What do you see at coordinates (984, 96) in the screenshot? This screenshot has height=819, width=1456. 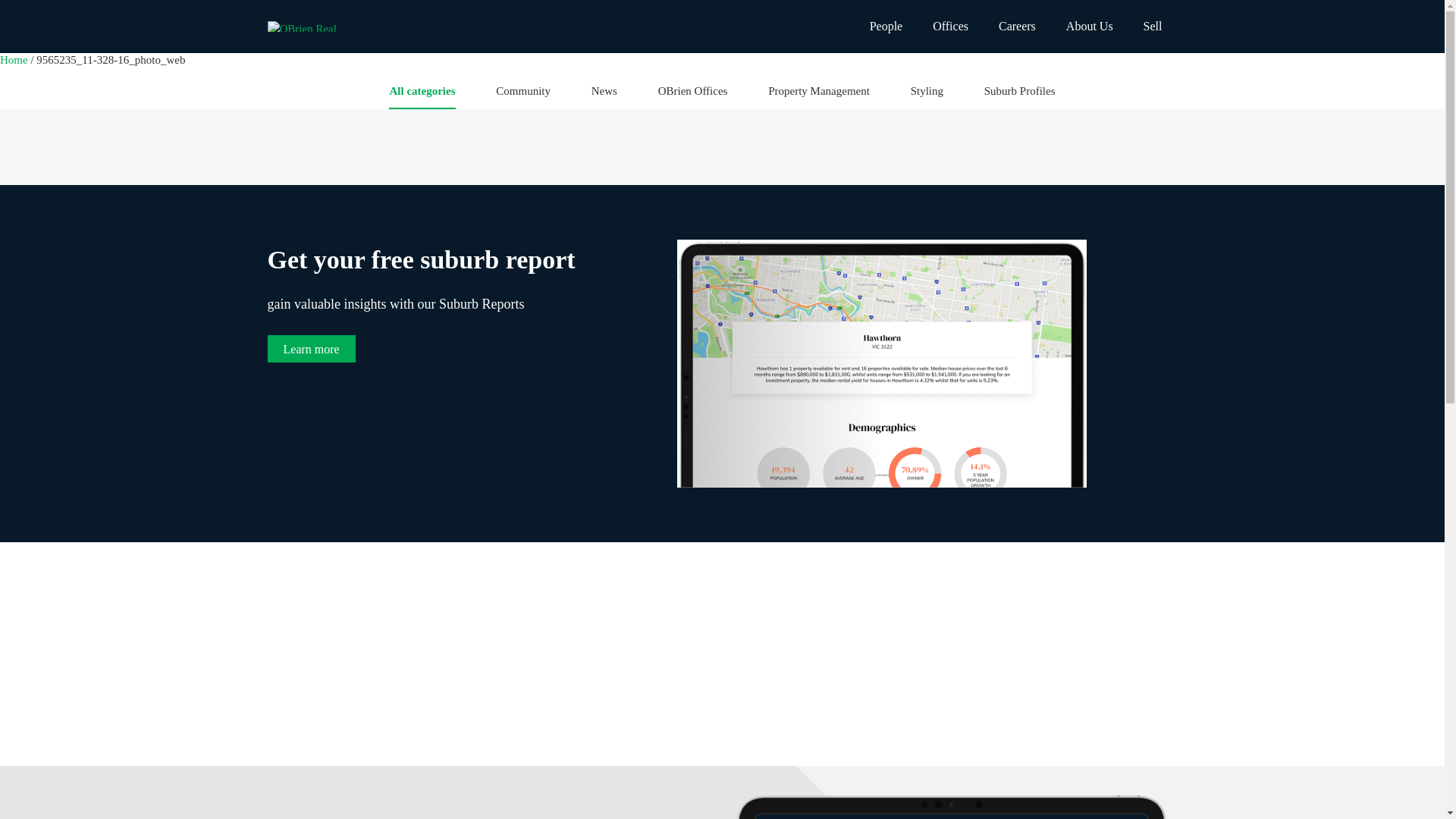 I see `'Suburb Profiles'` at bounding box center [984, 96].